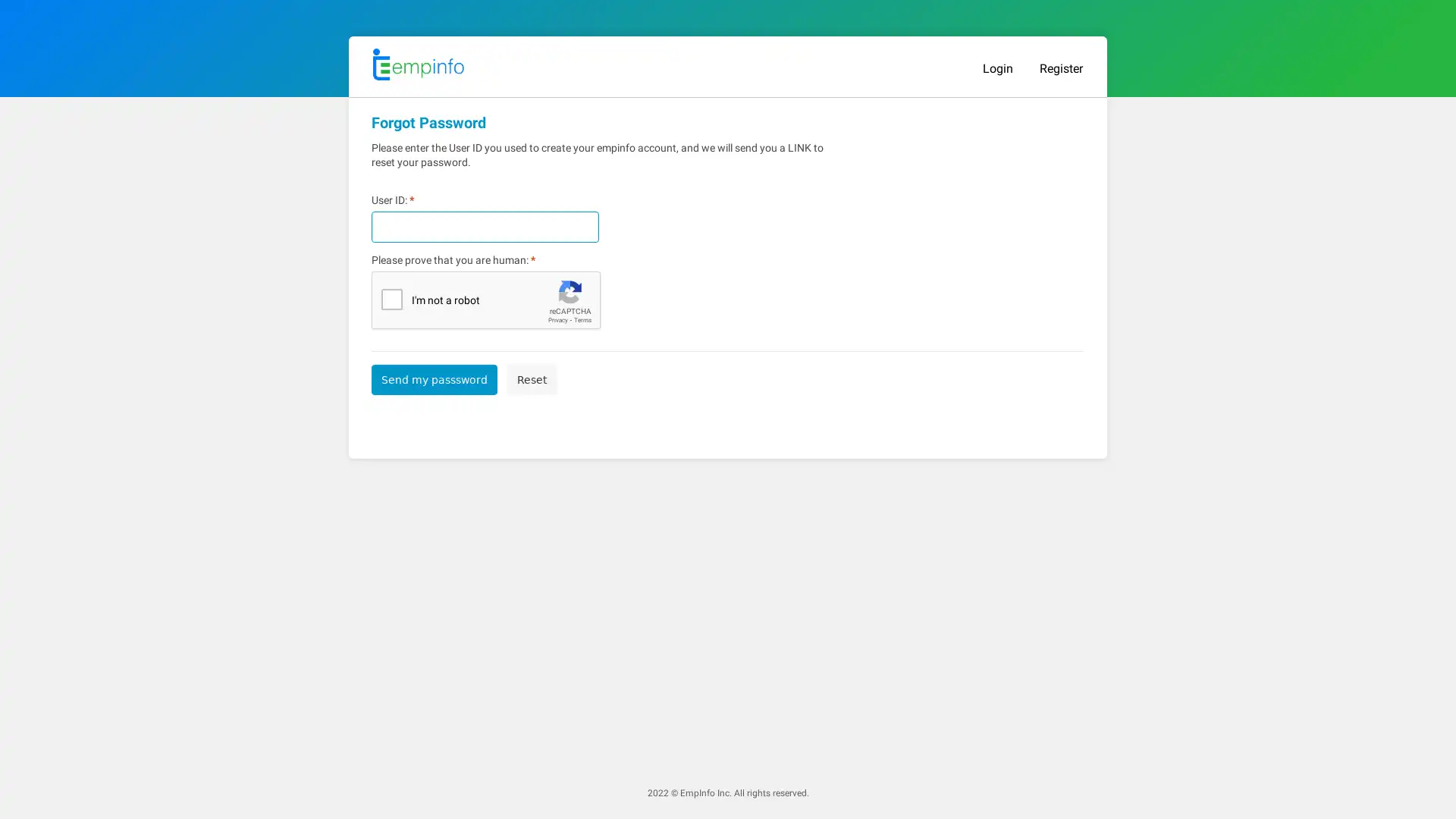 Image resolution: width=1456 pixels, height=819 pixels. Describe the element at coordinates (433, 379) in the screenshot. I see `Send my passsword` at that location.